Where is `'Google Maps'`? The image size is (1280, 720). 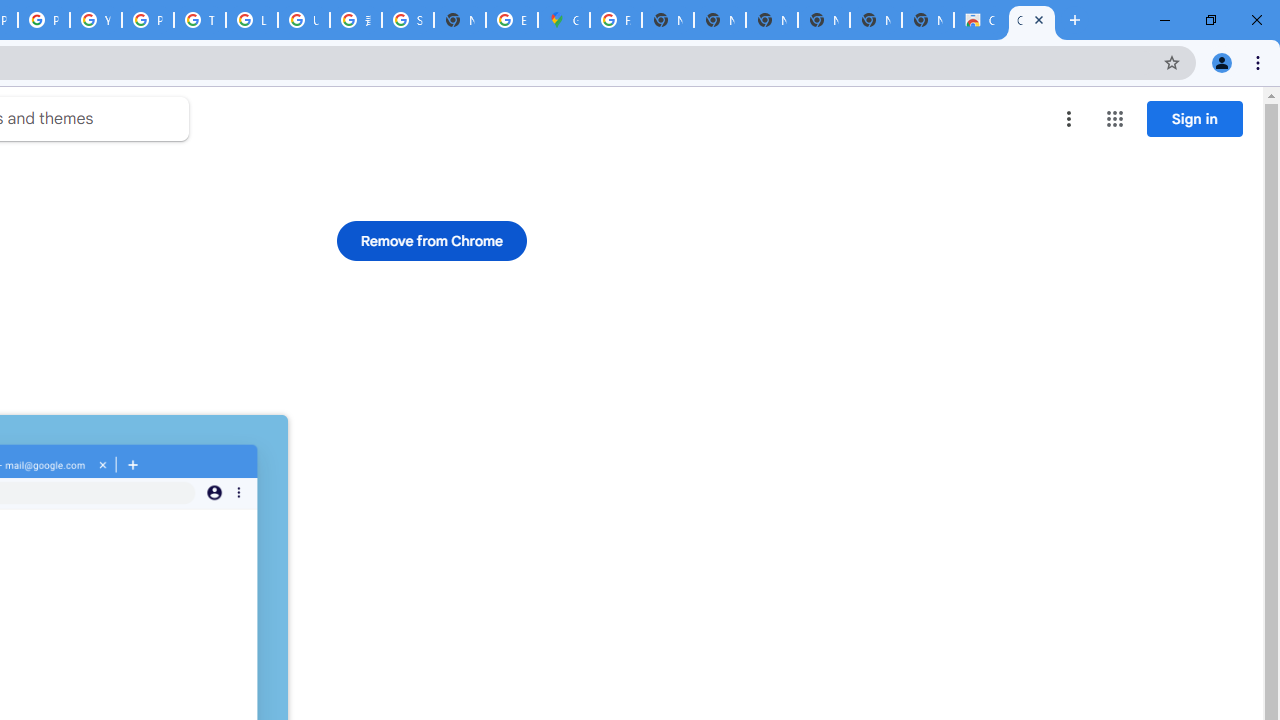 'Google Maps' is located at coordinates (562, 20).